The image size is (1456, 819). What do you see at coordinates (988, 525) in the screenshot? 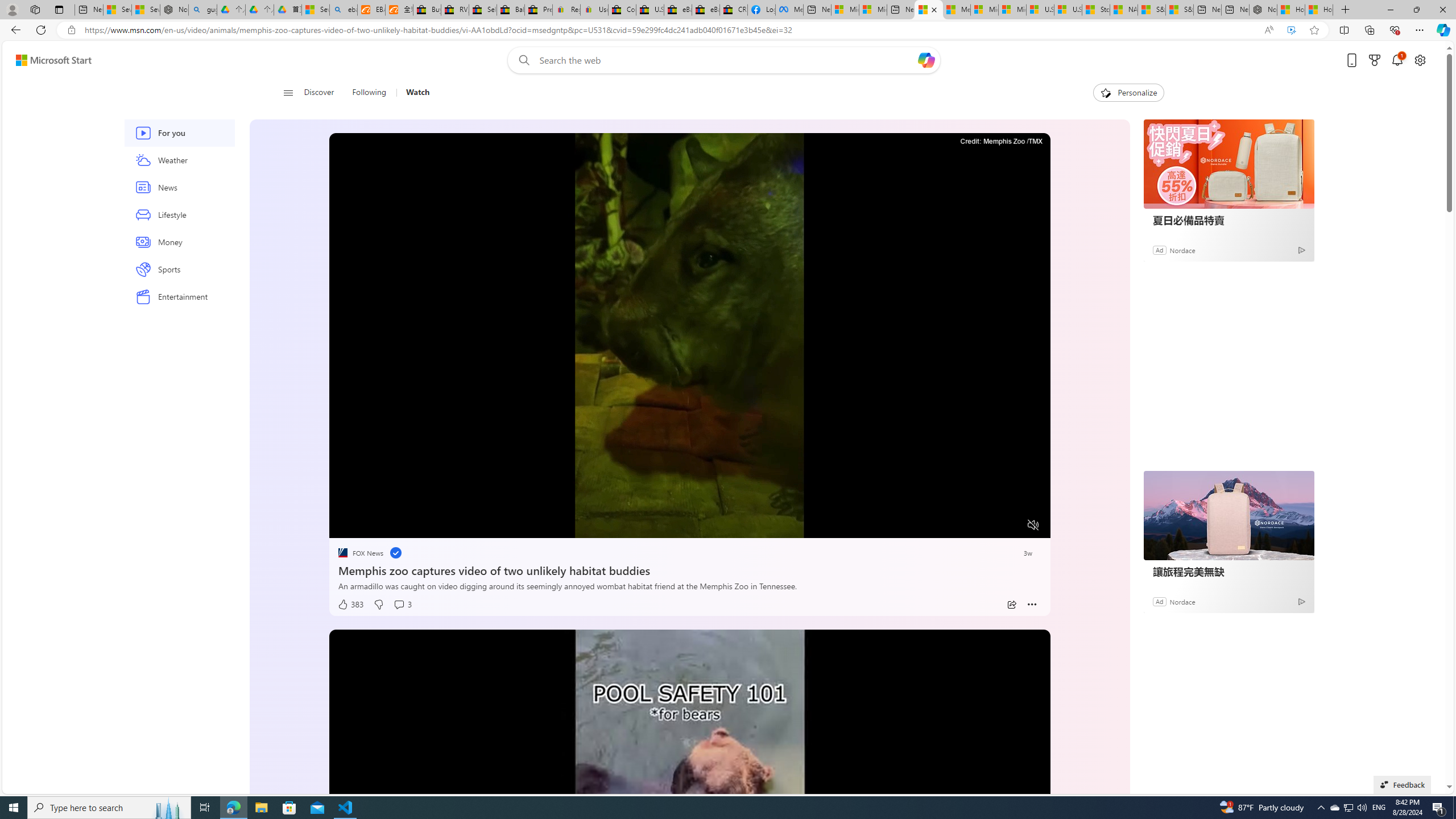
I see `'Captions'` at bounding box center [988, 525].